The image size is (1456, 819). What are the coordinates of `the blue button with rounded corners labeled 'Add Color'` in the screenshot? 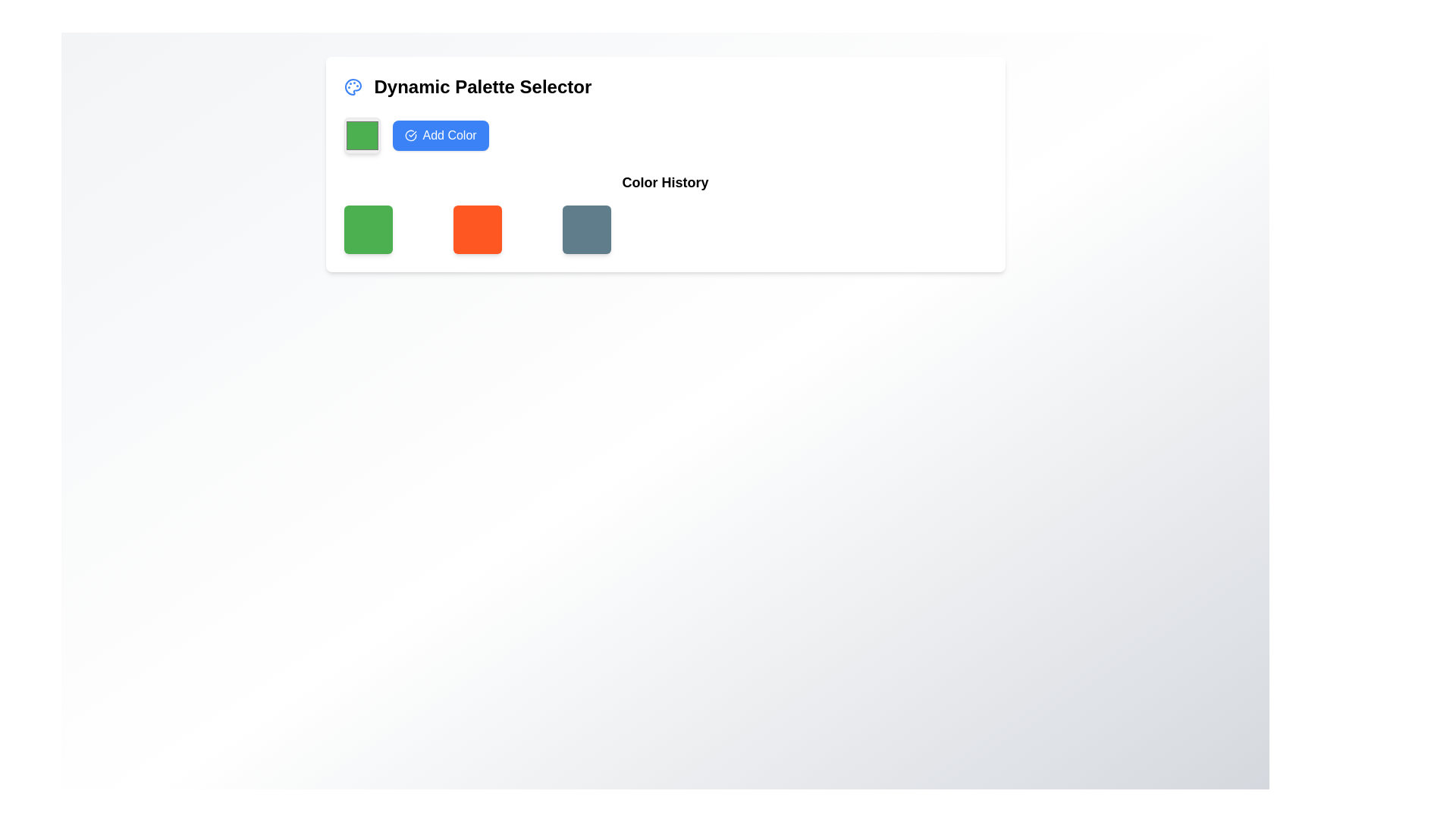 It's located at (439, 134).